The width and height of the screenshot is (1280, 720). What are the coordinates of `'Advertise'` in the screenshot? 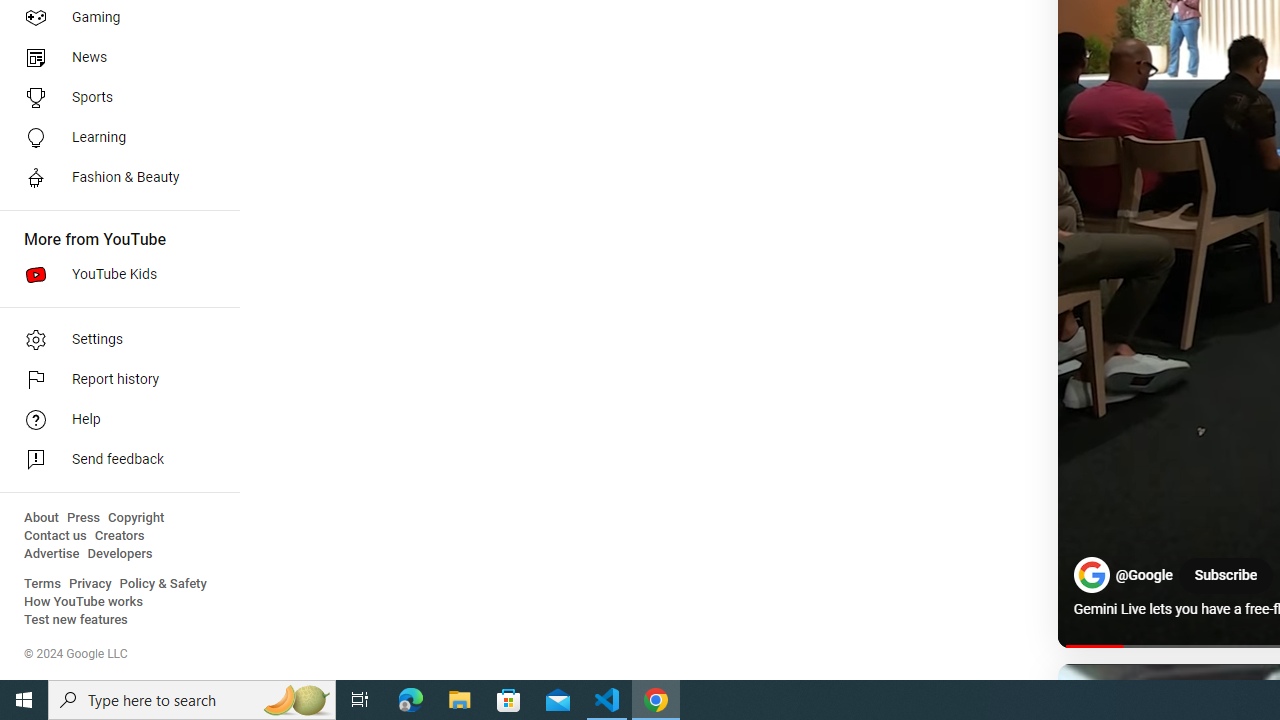 It's located at (51, 554).